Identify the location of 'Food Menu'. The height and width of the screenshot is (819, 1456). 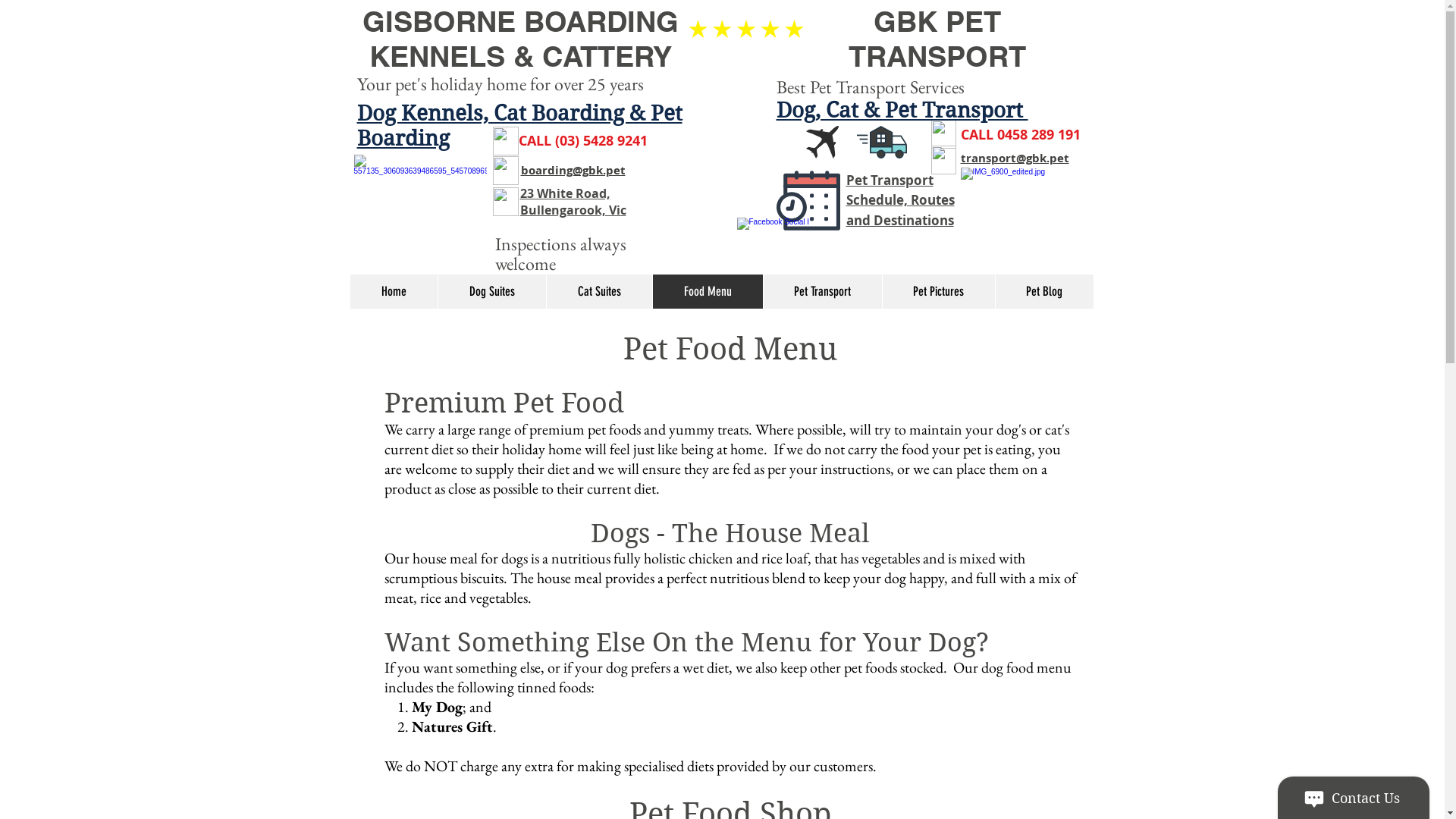
(706, 291).